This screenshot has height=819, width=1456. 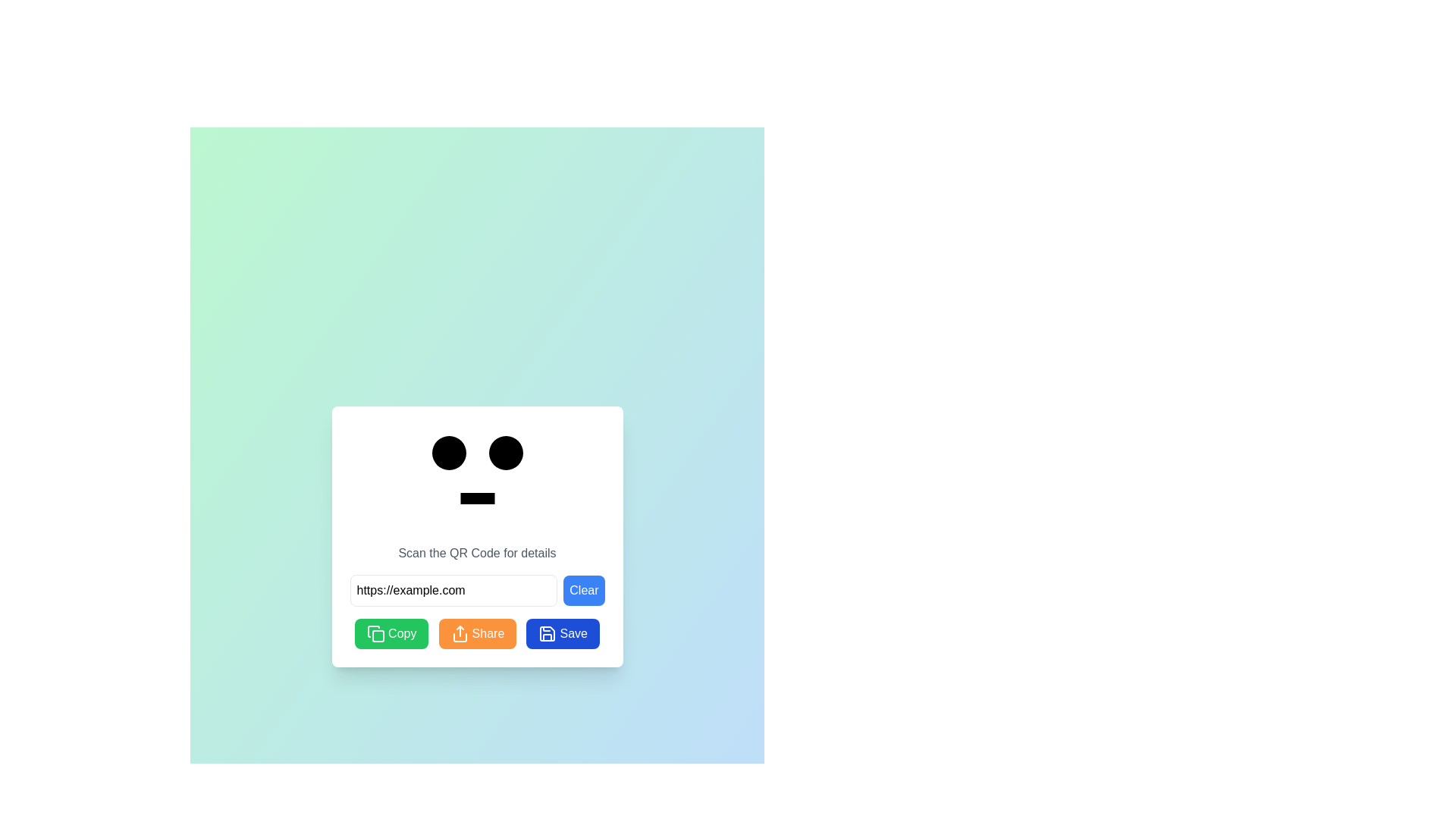 I want to click on the 'Save' button, which is the third and rightmost button in the horizontal arrangement of buttons labeled 'Copy', 'Share', and 'Save', so click(x=562, y=634).